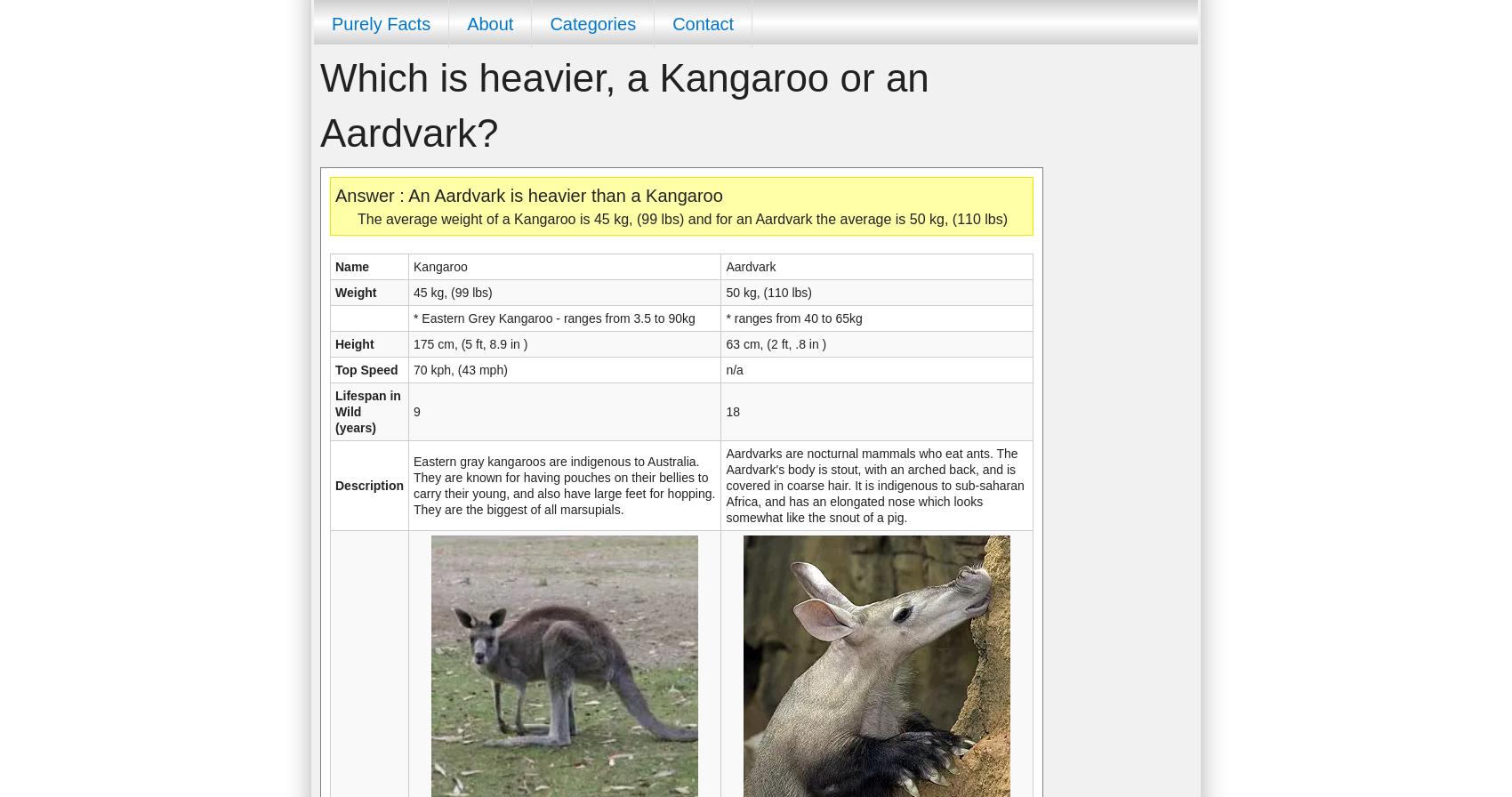  I want to click on 'Aardvarks are nocturnal mammals who eat ants. The Aardvark's body is stout, with an arched back, and is covered in coarse hair. It is indigenous to sub-saharan Africa, and has an elongated nose which looks somewhat like the snout of a pig.', so click(725, 486).